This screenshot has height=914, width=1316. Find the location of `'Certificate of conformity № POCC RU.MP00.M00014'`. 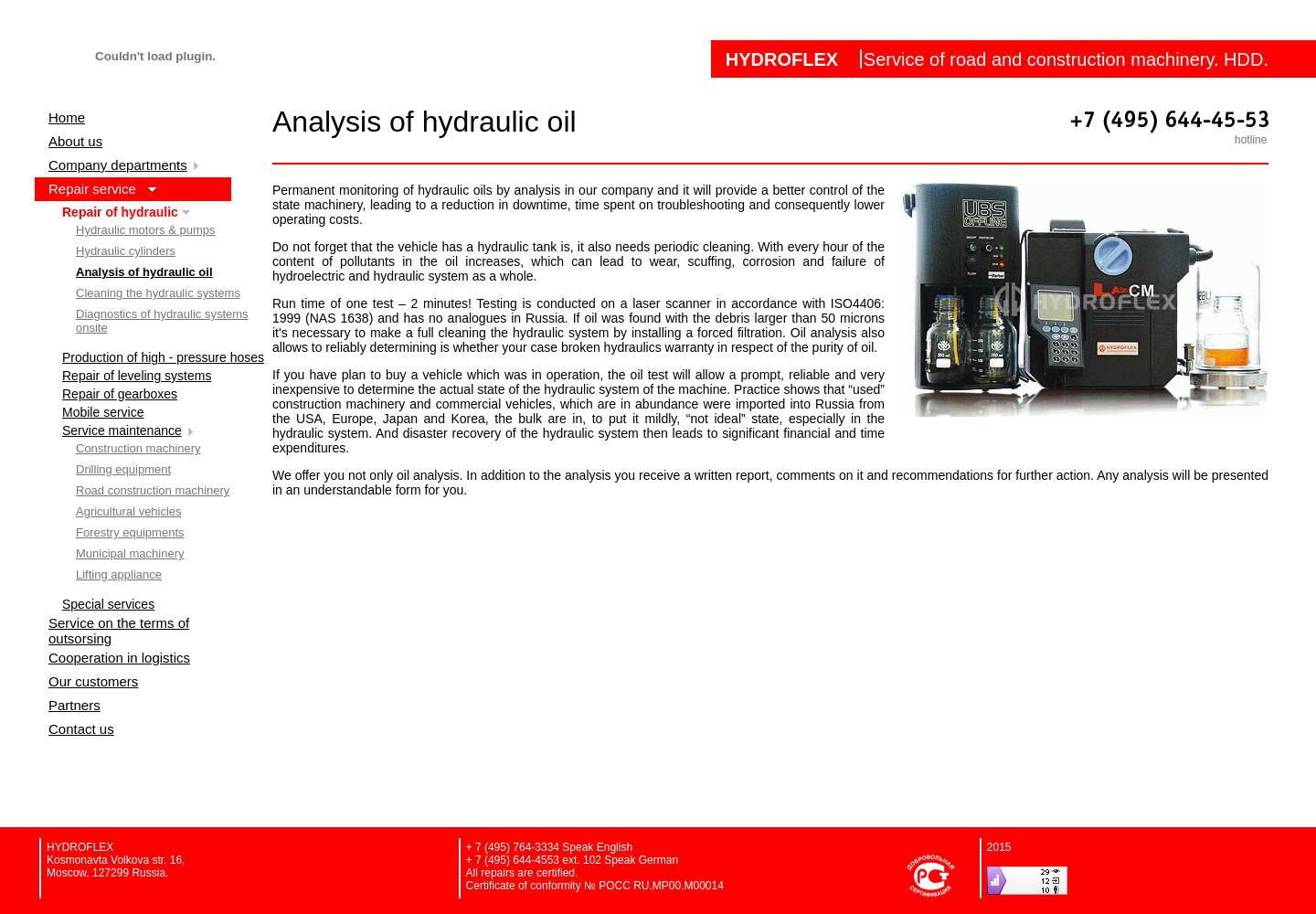

'Certificate of conformity № POCC RU.MP00.M00014' is located at coordinates (593, 885).